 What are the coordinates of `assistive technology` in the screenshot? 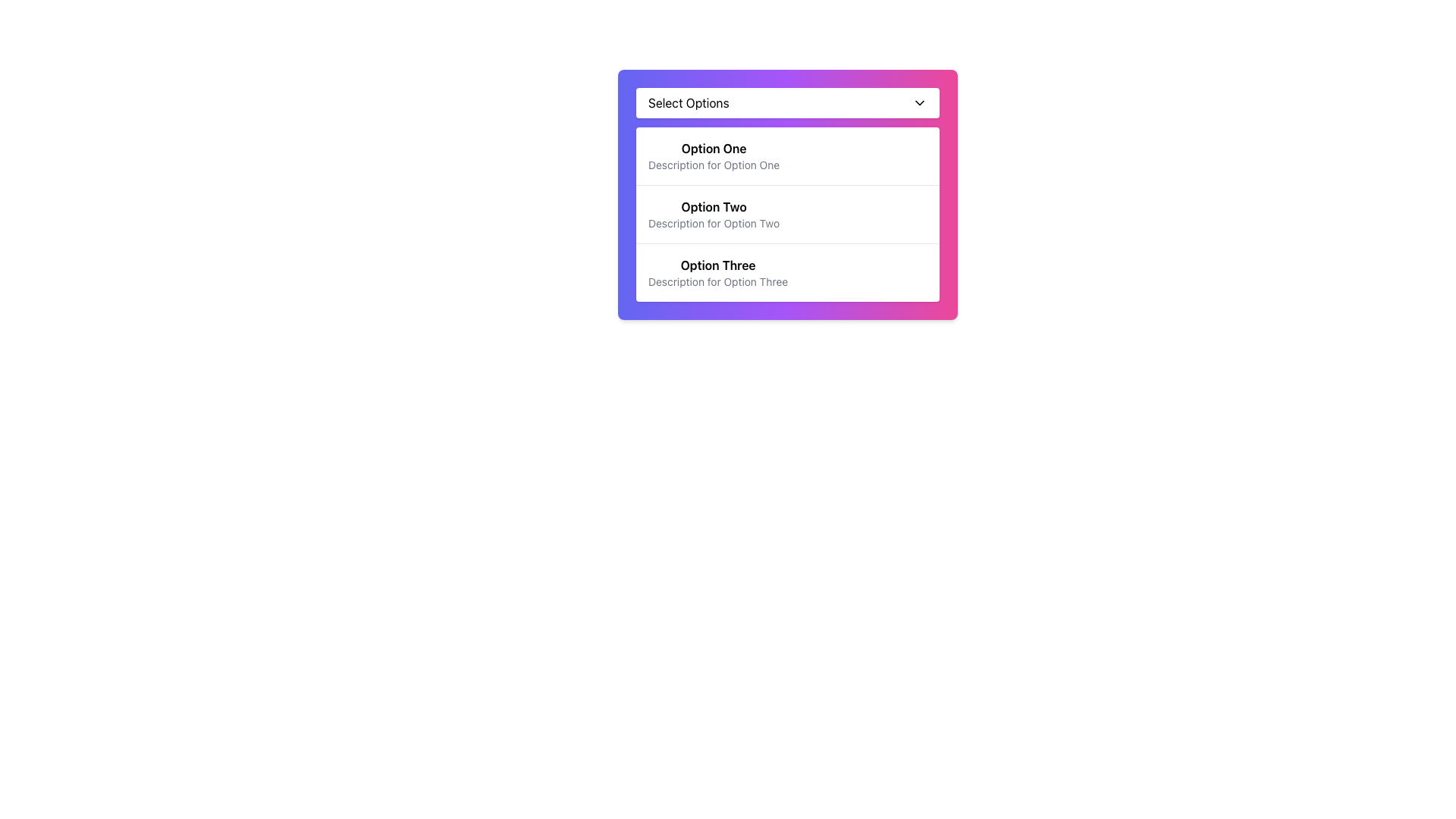 It's located at (717, 265).